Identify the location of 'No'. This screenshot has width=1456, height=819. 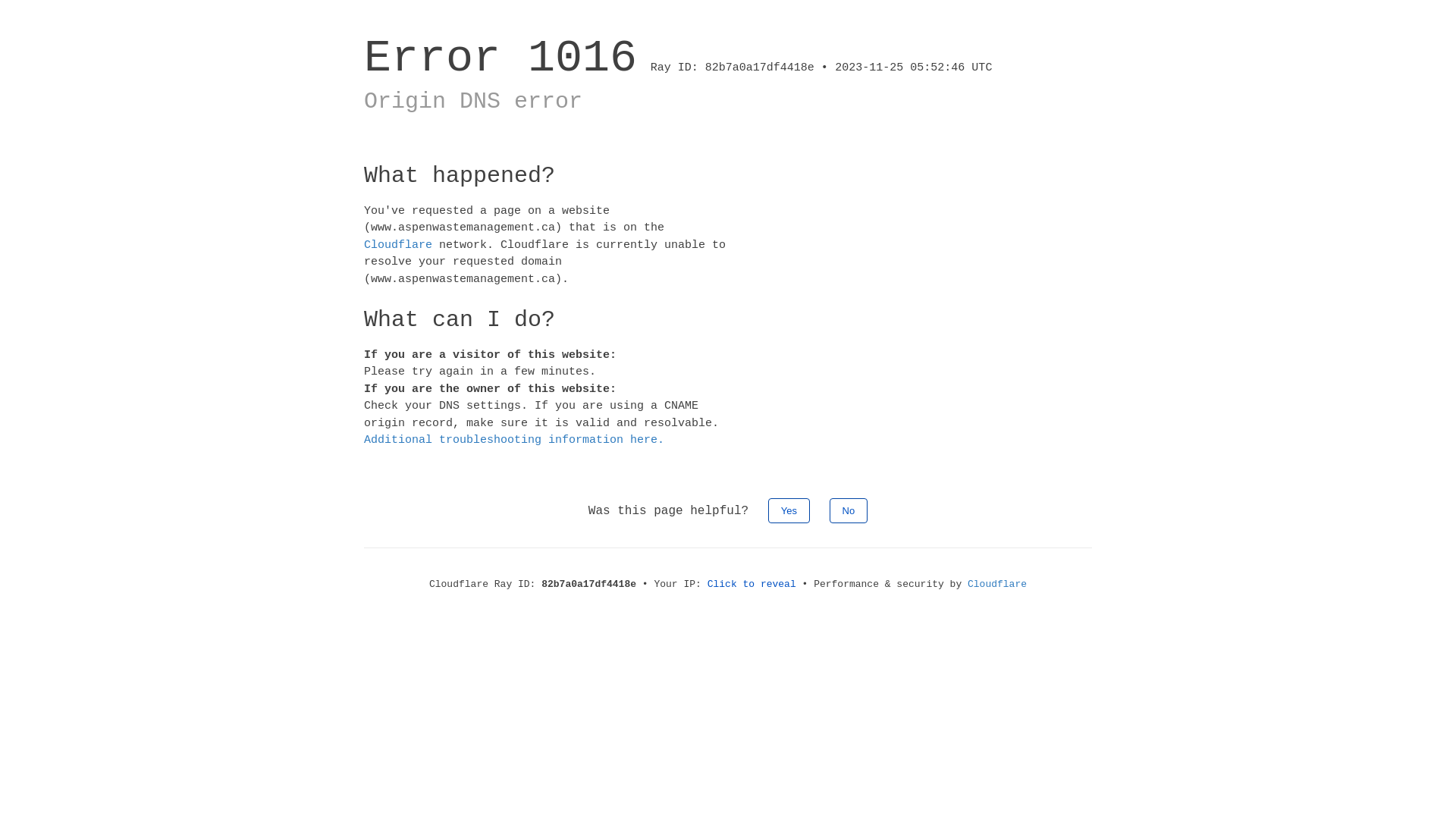
(848, 510).